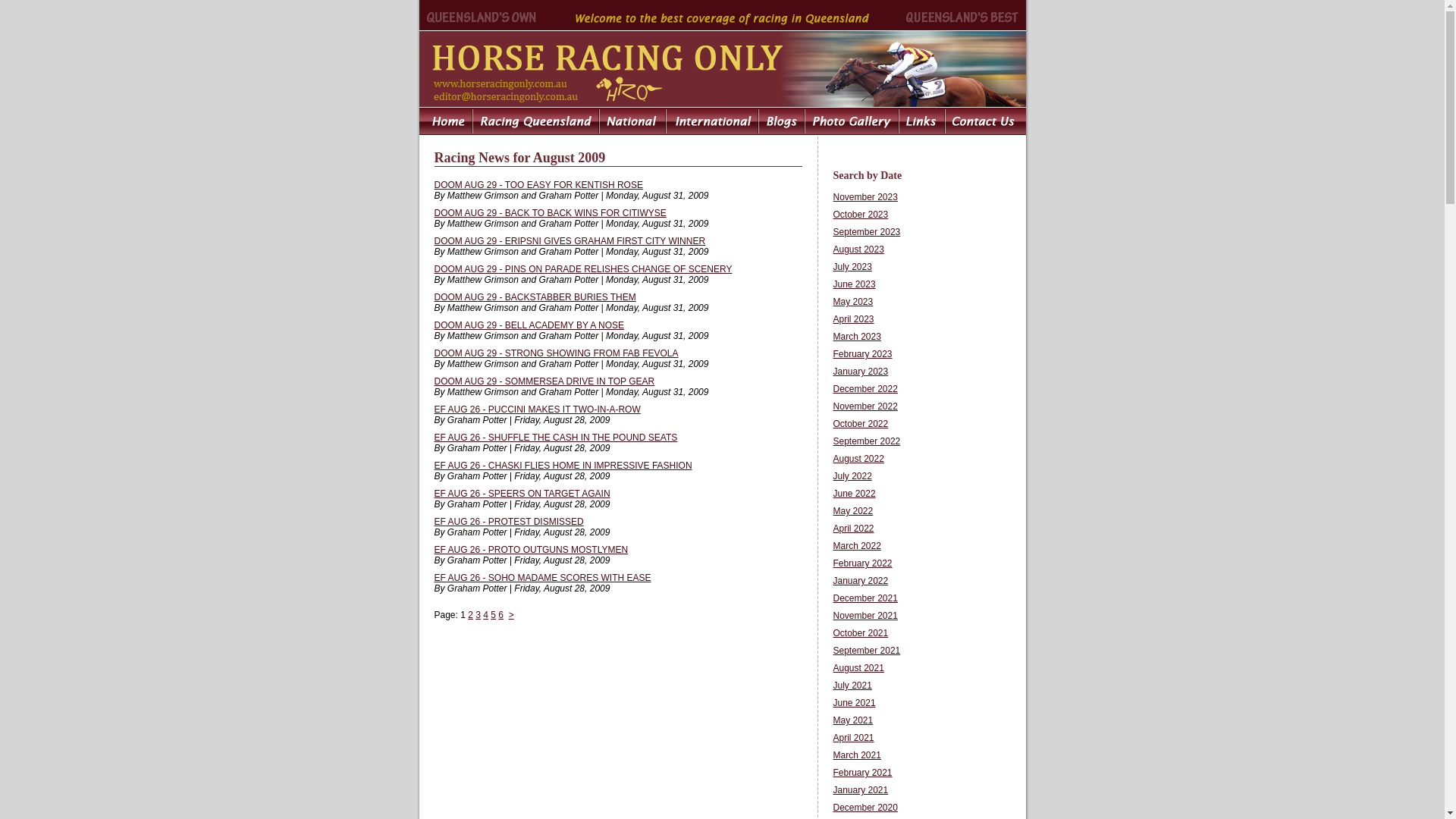 This screenshot has width=1456, height=819. I want to click on 'August 2022', so click(858, 458).